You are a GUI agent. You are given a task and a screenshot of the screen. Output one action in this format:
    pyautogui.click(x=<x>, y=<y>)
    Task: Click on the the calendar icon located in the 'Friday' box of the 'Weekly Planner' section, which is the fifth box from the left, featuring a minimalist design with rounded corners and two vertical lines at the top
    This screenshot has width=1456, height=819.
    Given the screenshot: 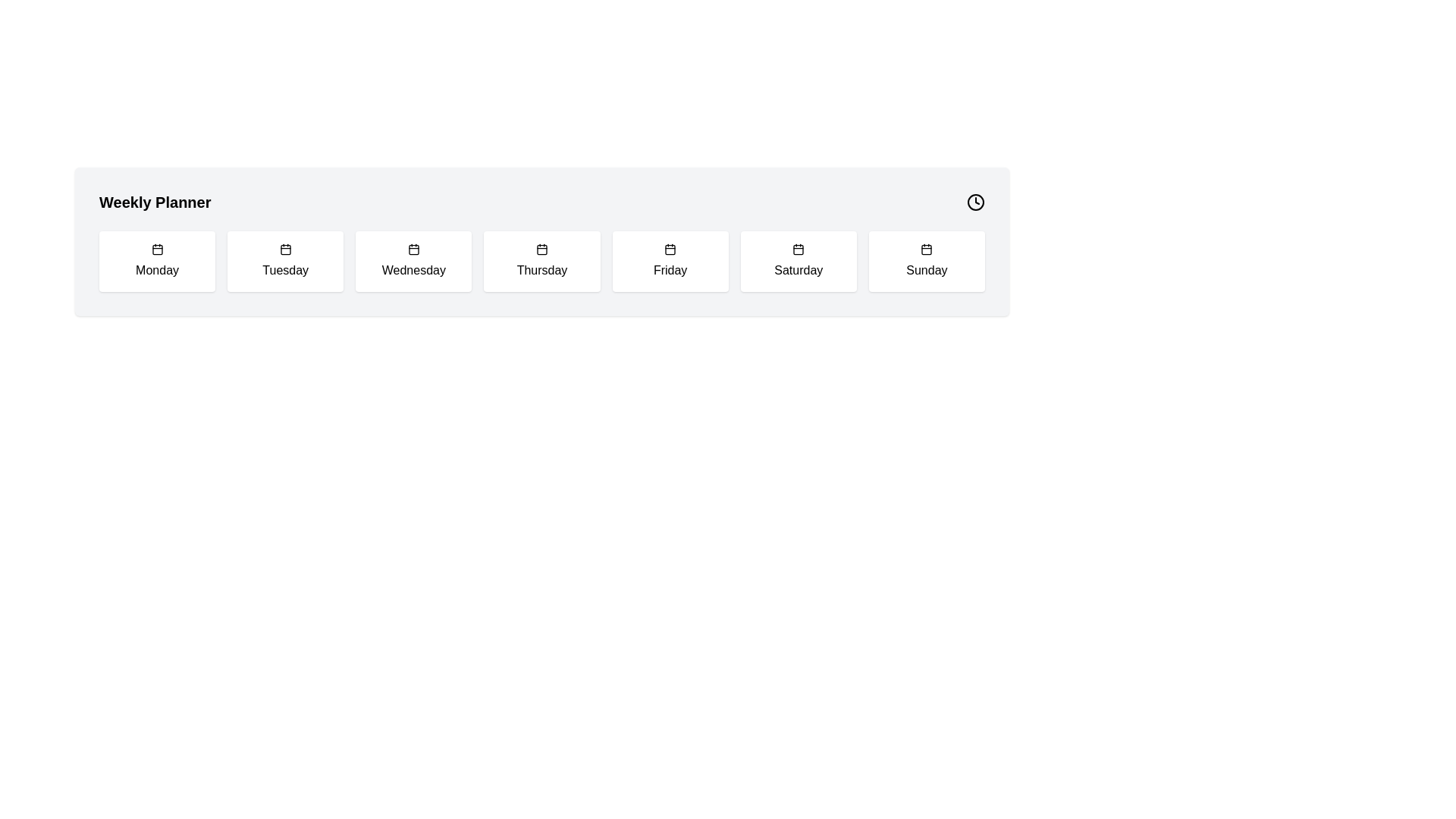 What is the action you would take?
    pyautogui.click(x=670, y=248)
    